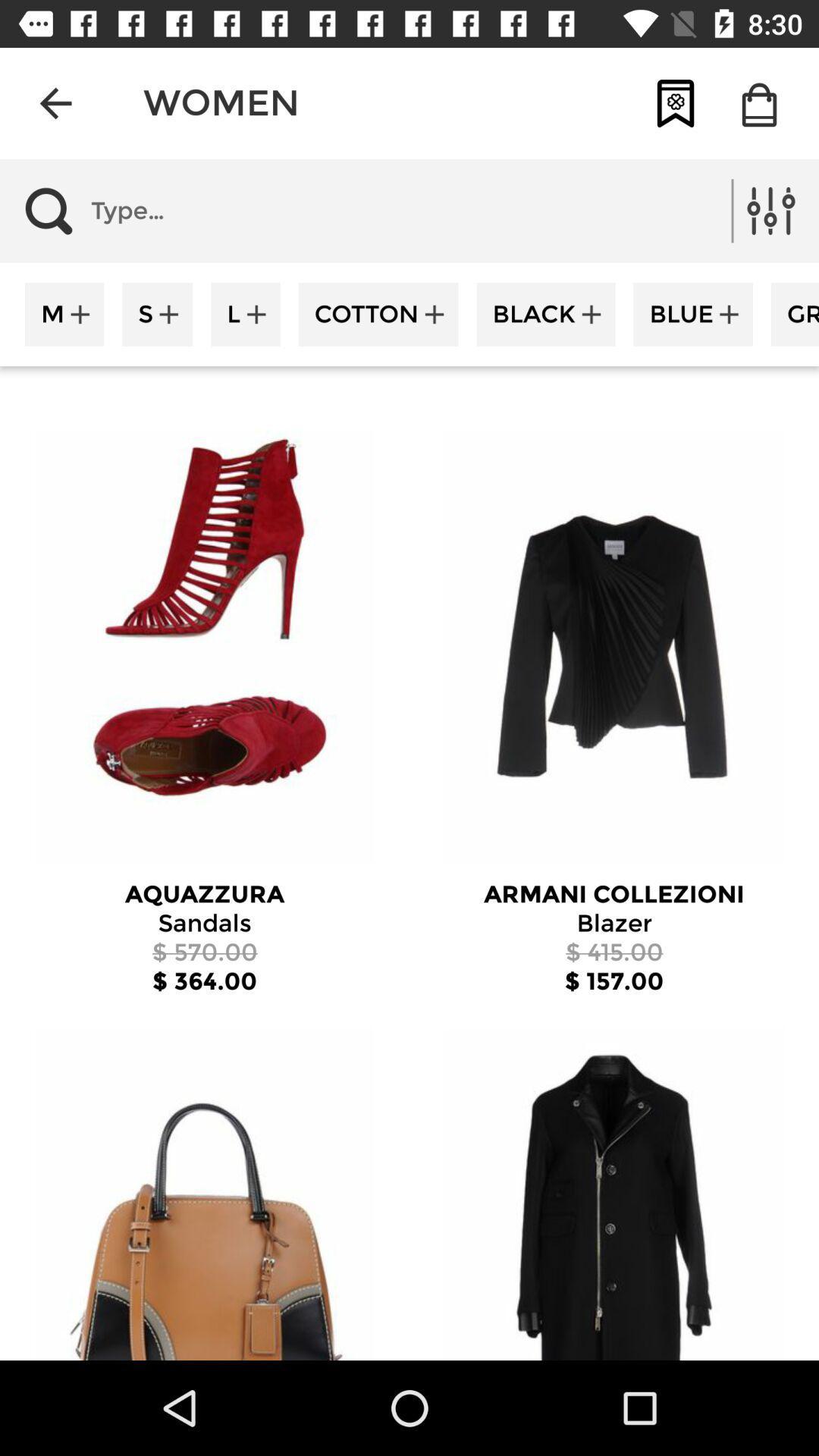  I want to click on the s item, so click(157, 313).